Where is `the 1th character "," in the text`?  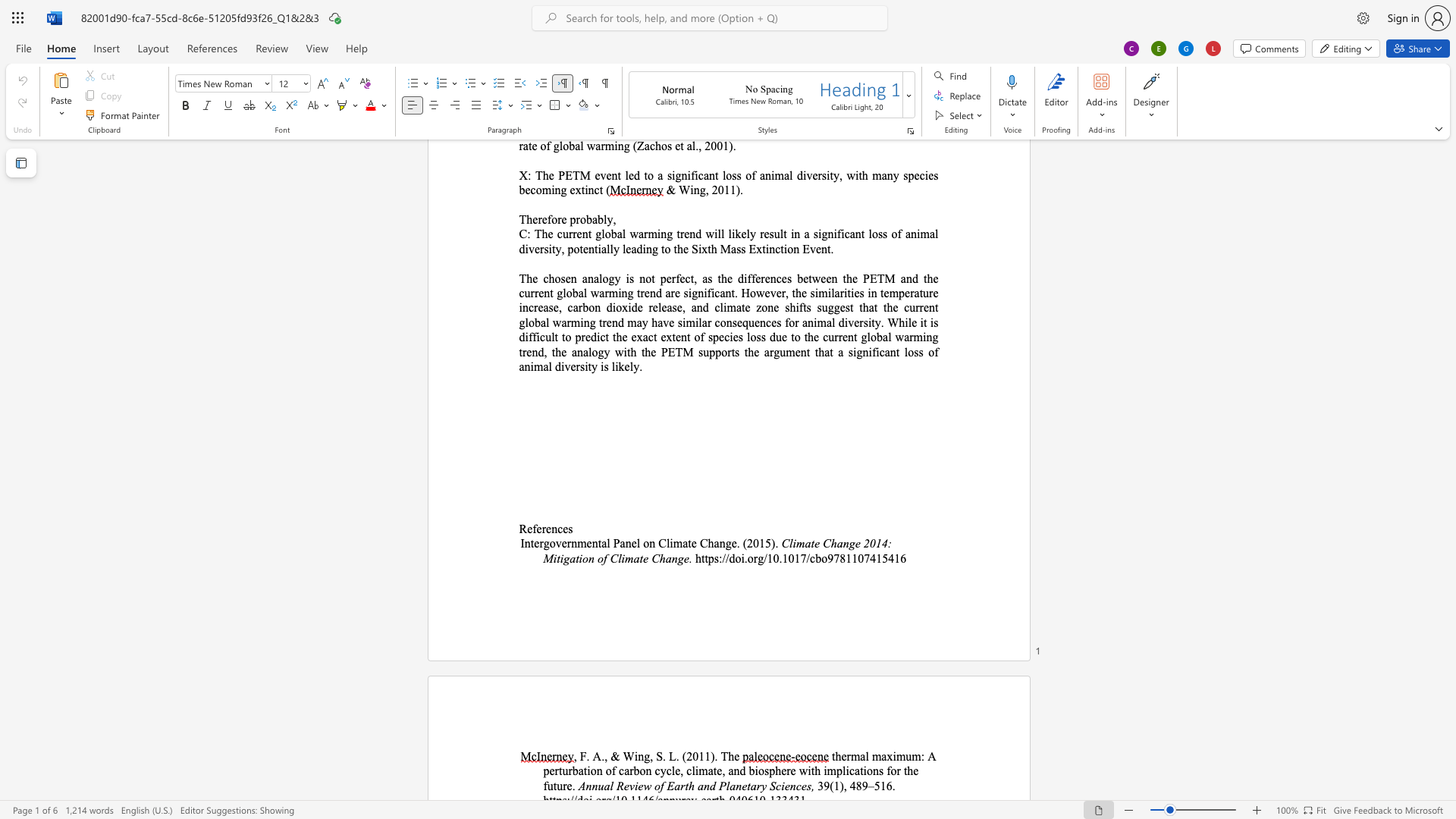 the 1th character "," in the text is located at coordinates (574, 756).